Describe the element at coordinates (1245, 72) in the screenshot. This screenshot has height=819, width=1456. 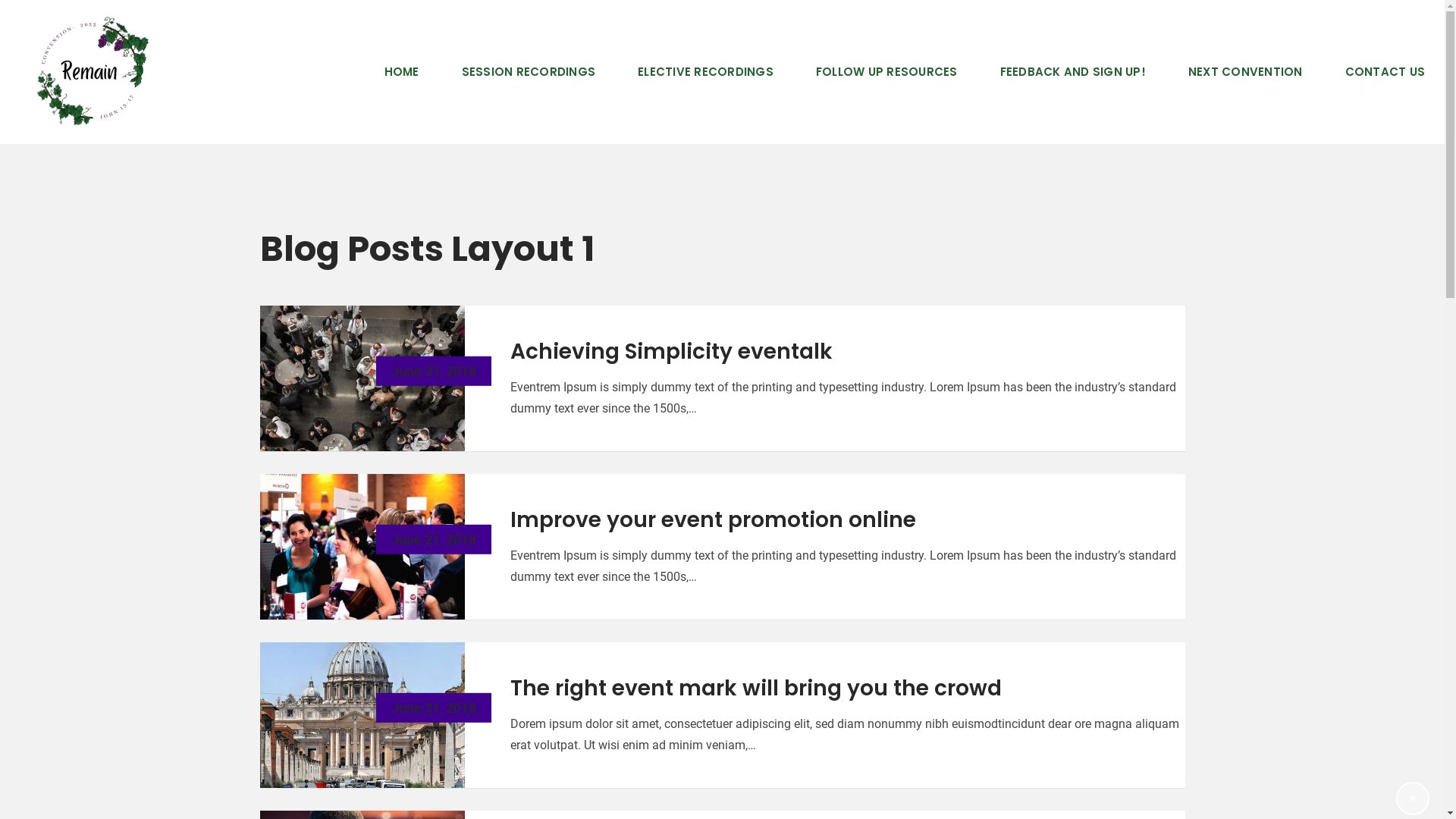
I see `'NEXT CONVENTION'` at that location.